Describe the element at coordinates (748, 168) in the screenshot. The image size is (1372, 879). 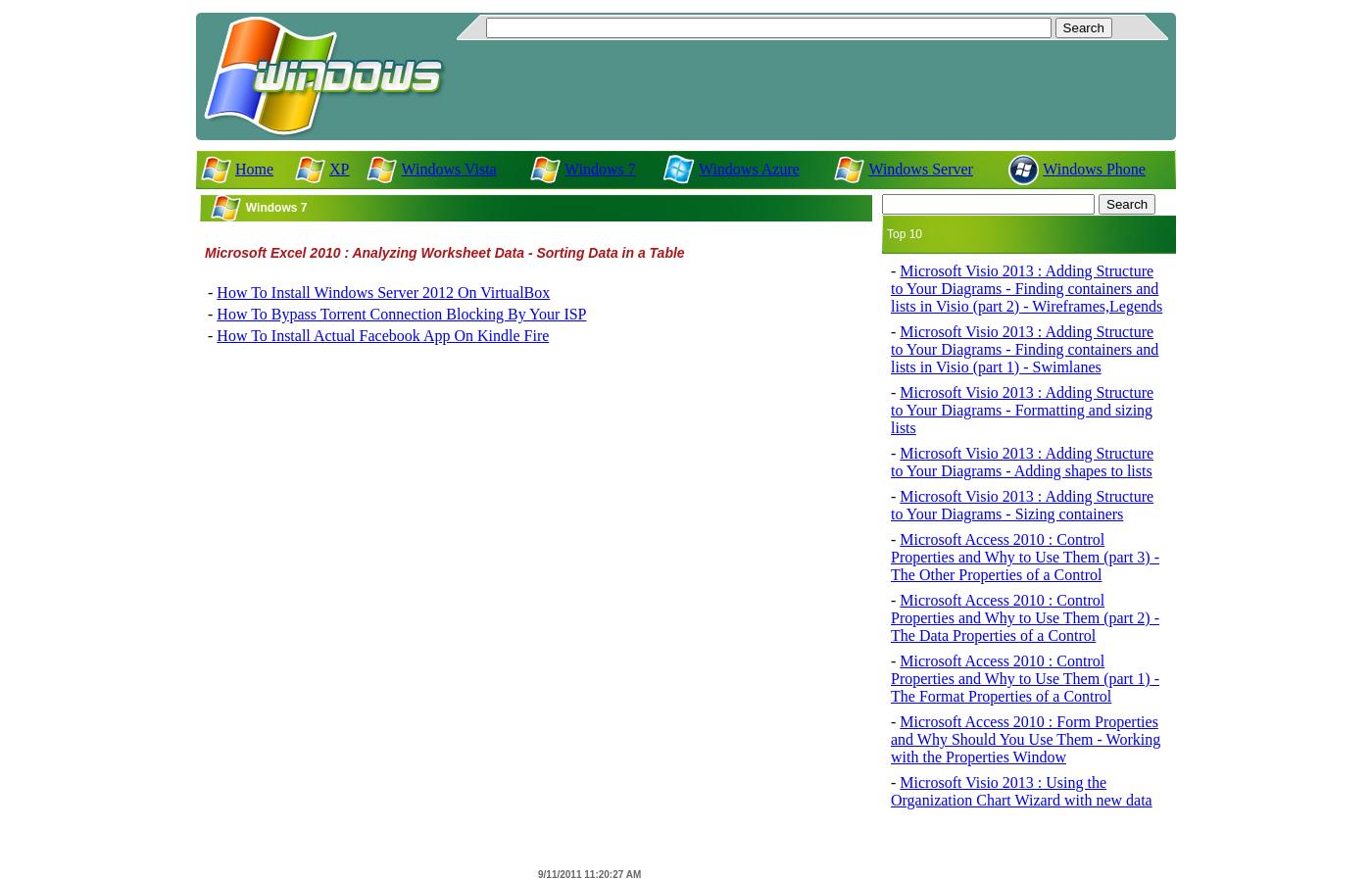
I see `'Windows Azure'` at that location.